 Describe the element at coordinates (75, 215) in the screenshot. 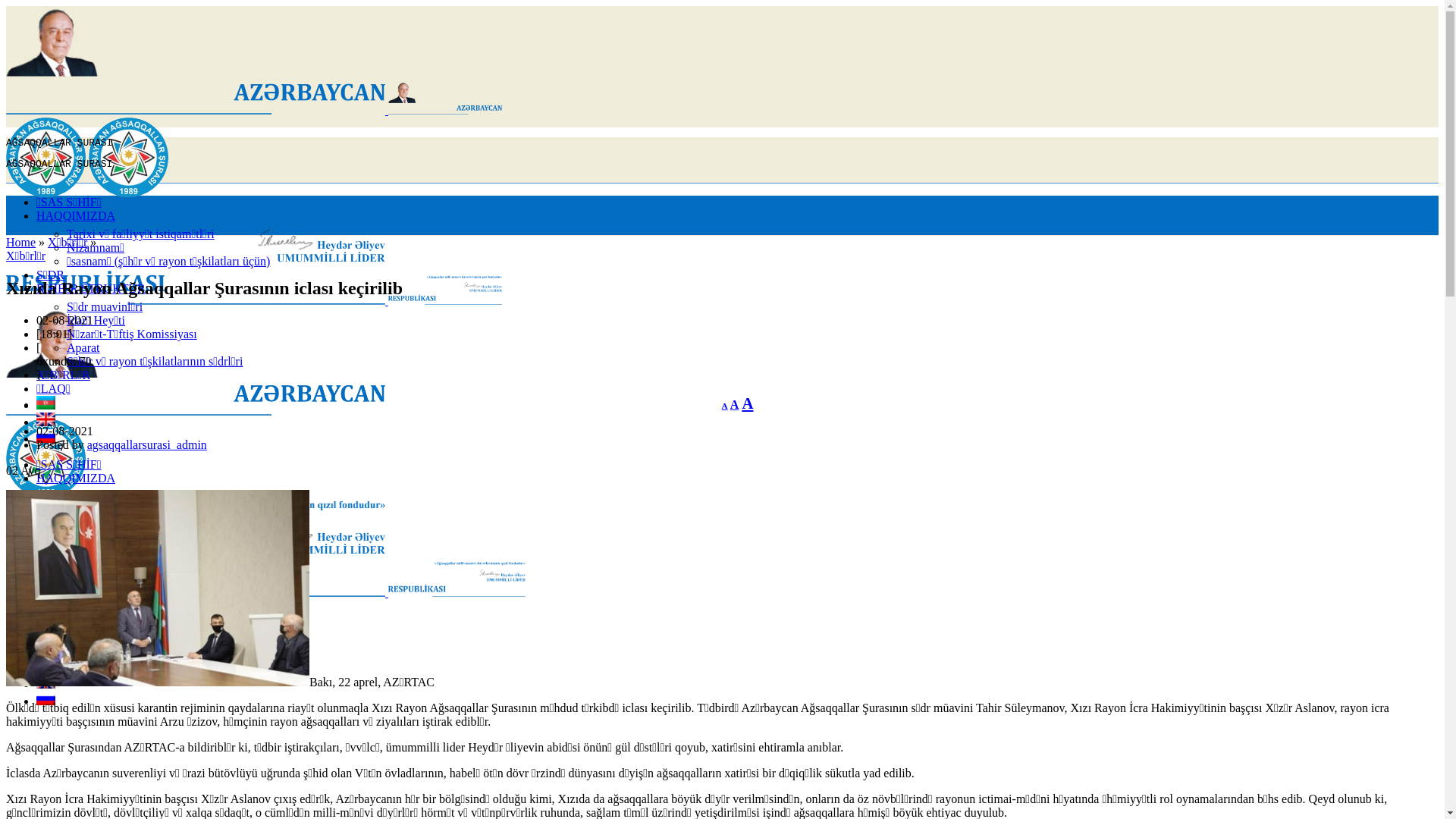

I see `'HAQQIMIZDA'` at that location.